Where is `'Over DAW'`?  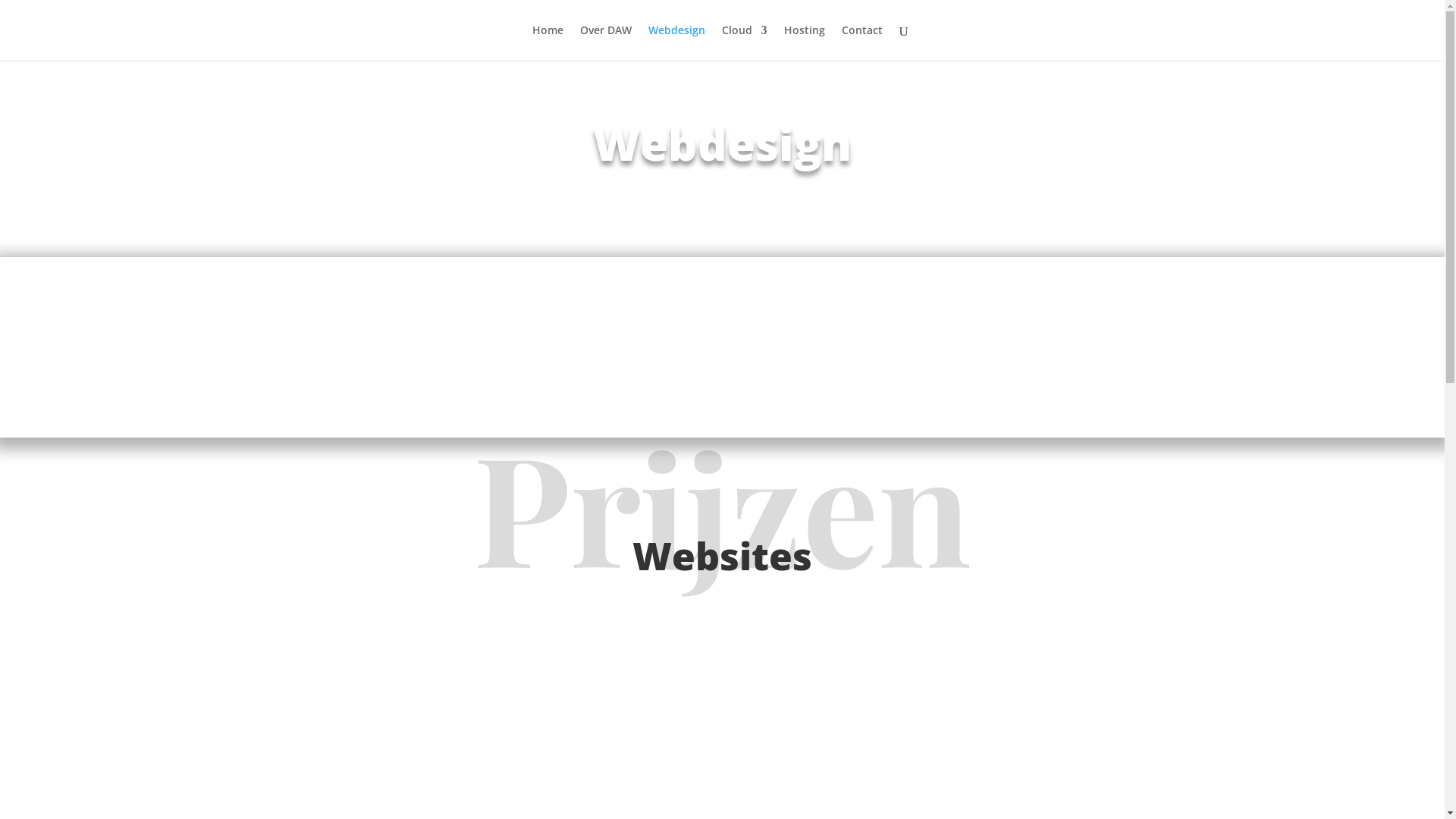 'Over DAW' is located at coordinates (604, 42).